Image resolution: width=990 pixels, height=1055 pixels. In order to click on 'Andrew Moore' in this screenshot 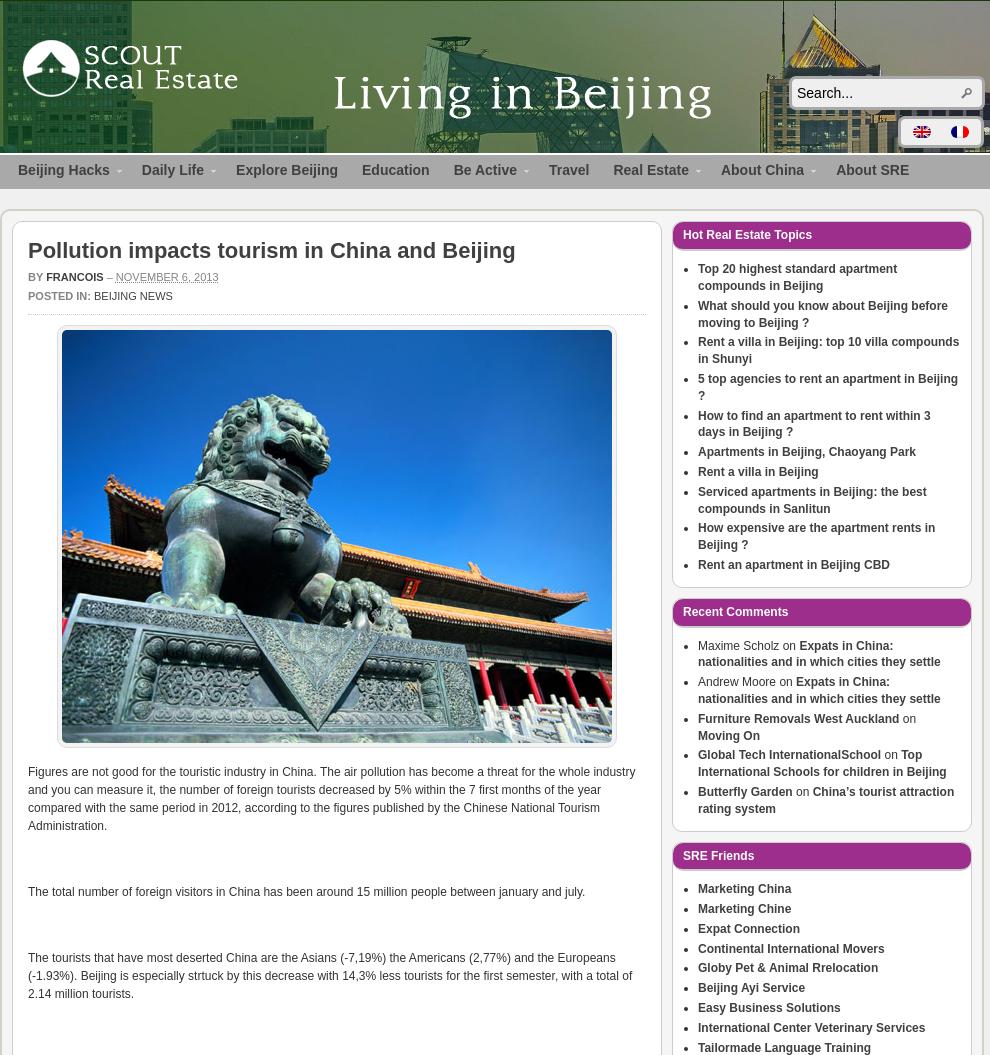, I will do `click(697, 680)`.